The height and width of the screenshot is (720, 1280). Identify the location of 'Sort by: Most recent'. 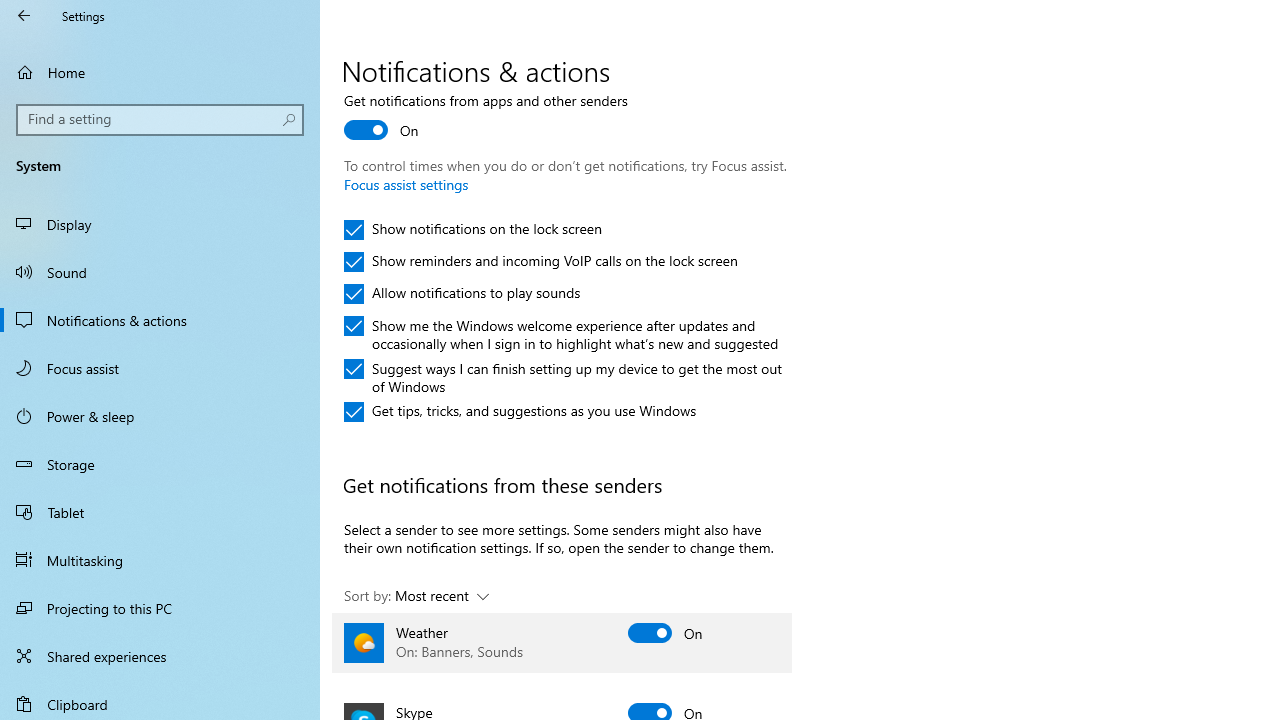
(415, 595).